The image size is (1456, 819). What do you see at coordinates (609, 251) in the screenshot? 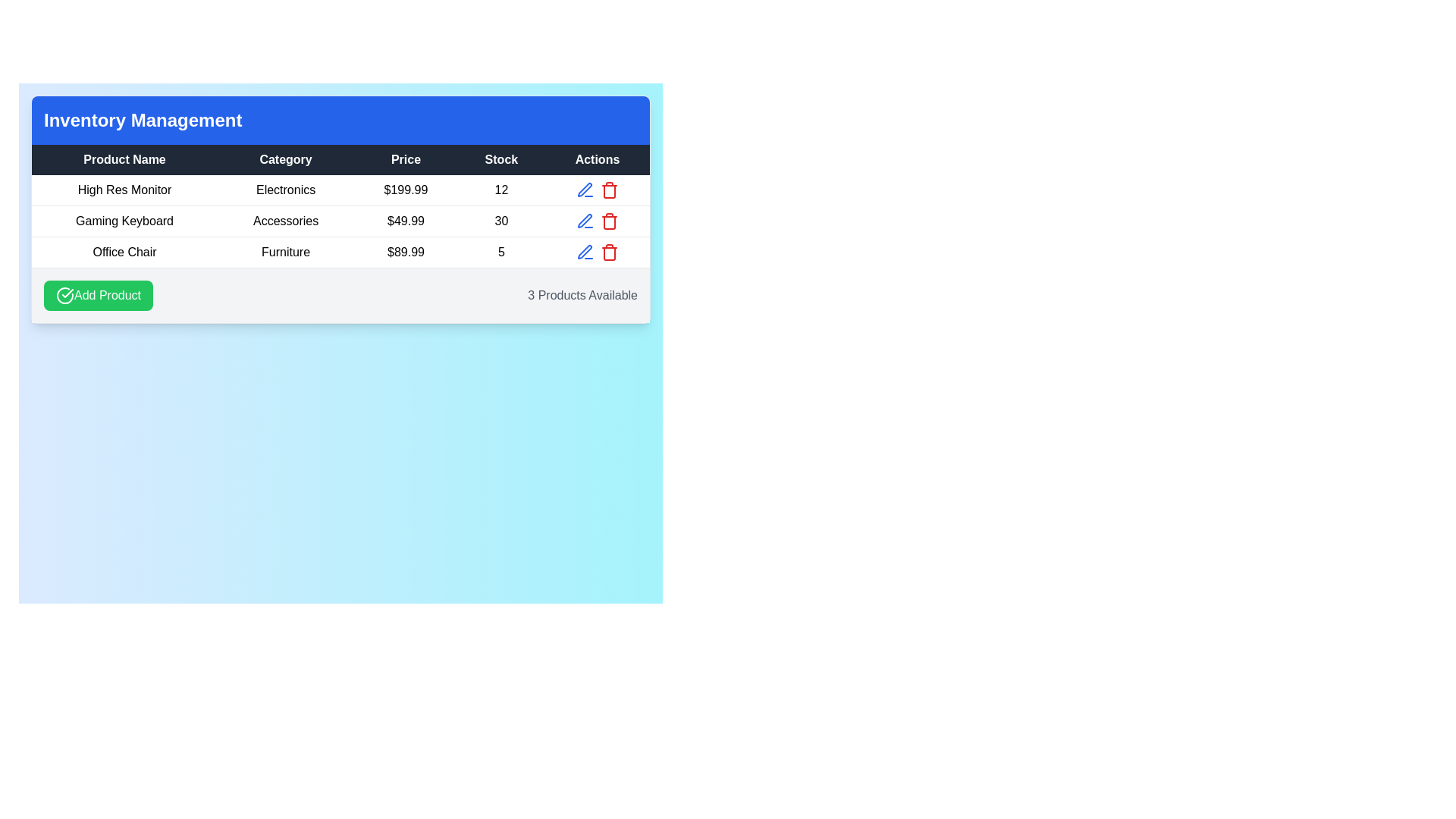
I see `the delete button for the 'Office Chair' item in the last row of the Actions column` at bounding box center [609, 251].